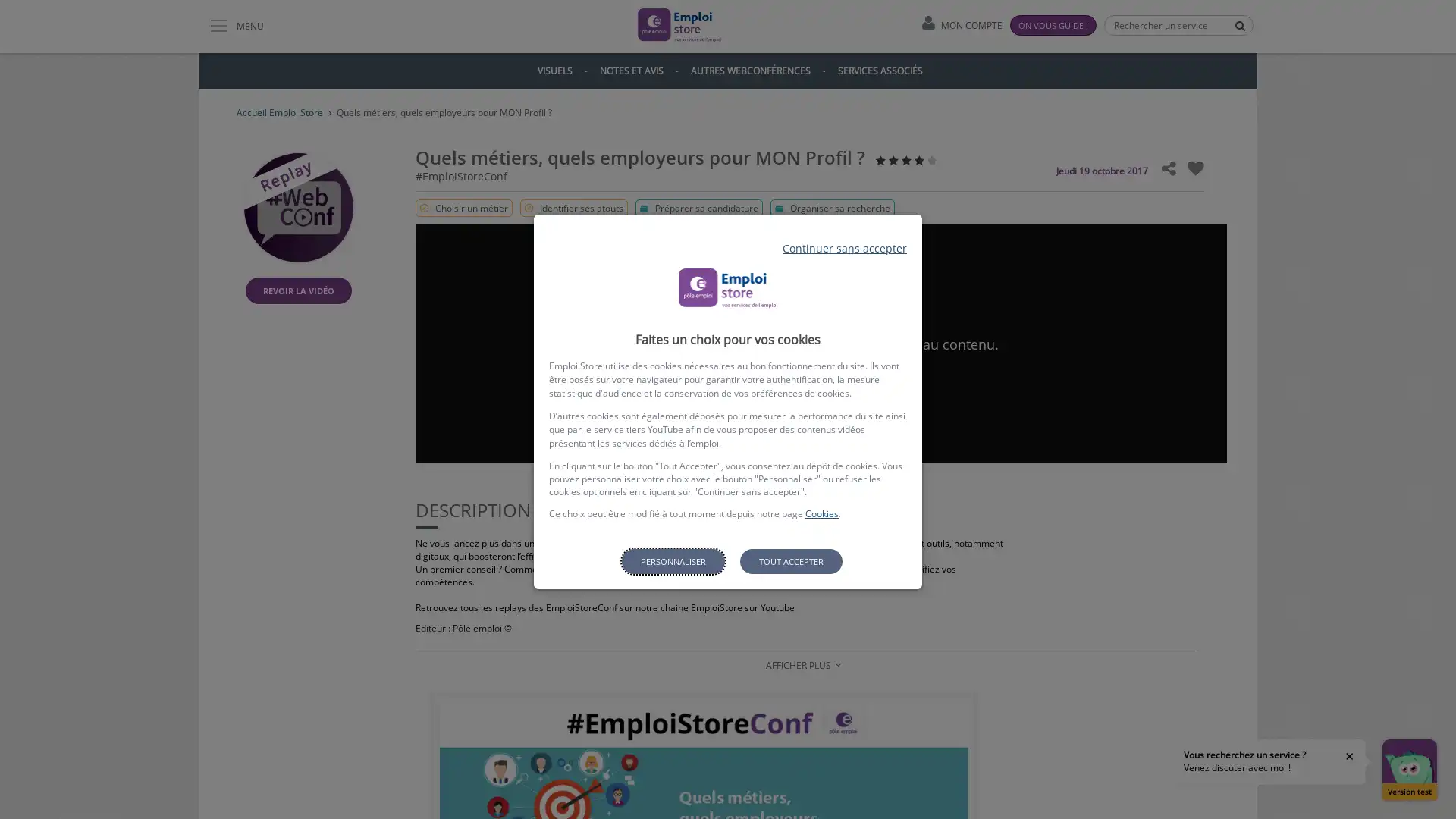 The image size is (1456, 819). What do you see at coordinates (1408, 769) in the screenshot?
I see `Ouvrir la fenetre de discussion Version test` at bounding box center [1408, 769].